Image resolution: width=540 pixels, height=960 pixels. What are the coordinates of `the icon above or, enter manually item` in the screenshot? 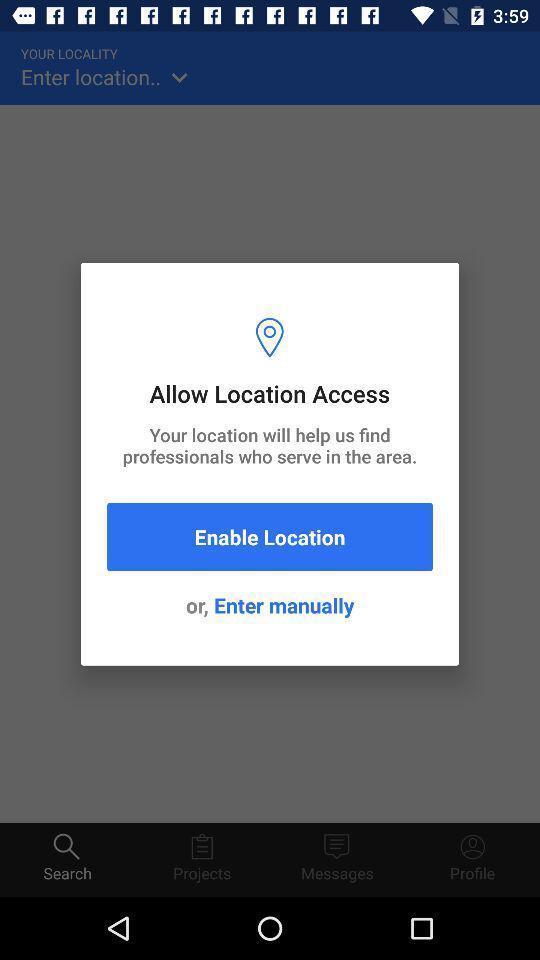 It's located at (270, 536).